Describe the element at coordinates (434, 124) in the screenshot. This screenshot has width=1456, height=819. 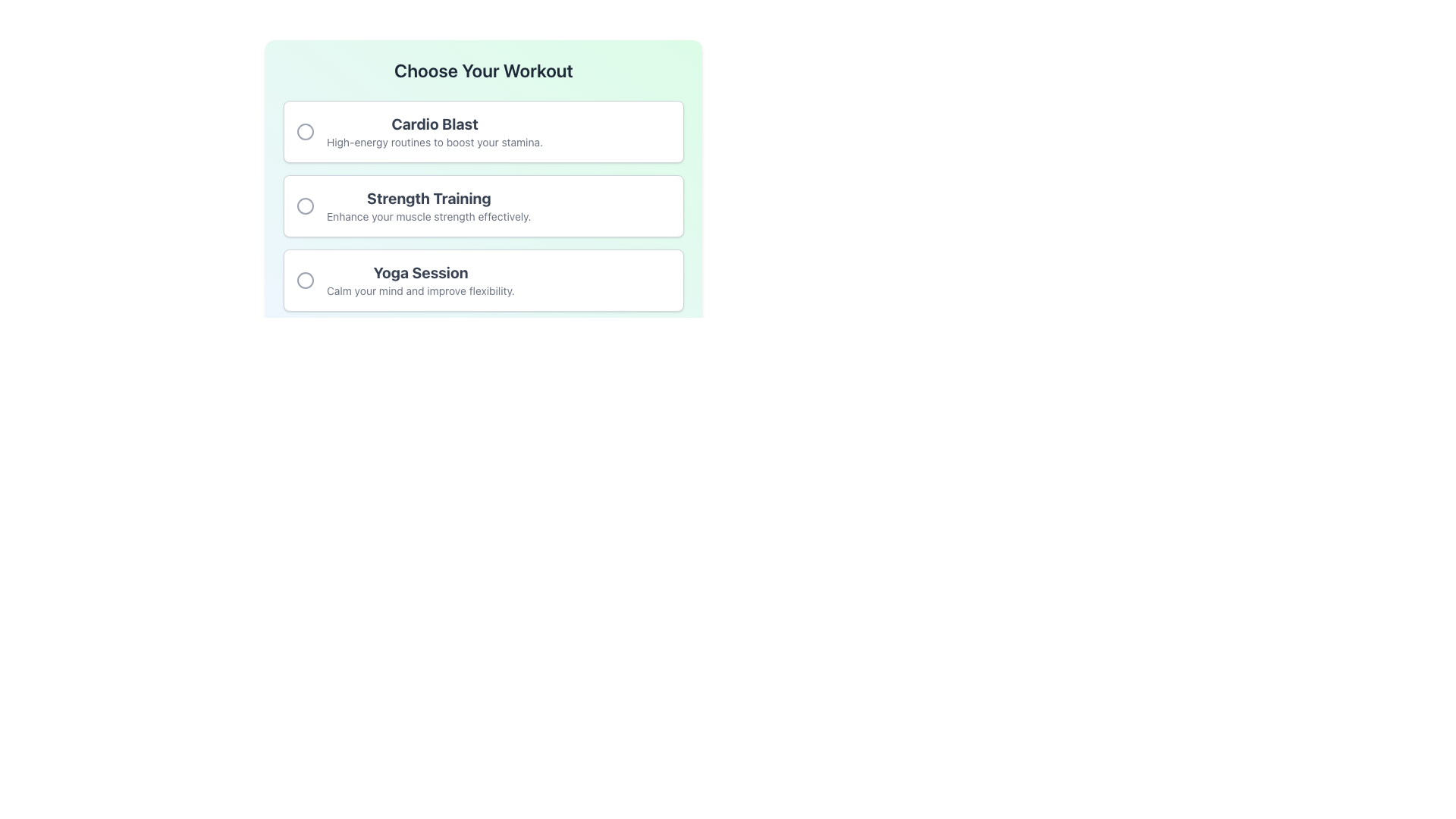
I see `the 'Cardio Blast' workout option label located beneath the 'Choose Your Workout' header in the selection menu` at that location.